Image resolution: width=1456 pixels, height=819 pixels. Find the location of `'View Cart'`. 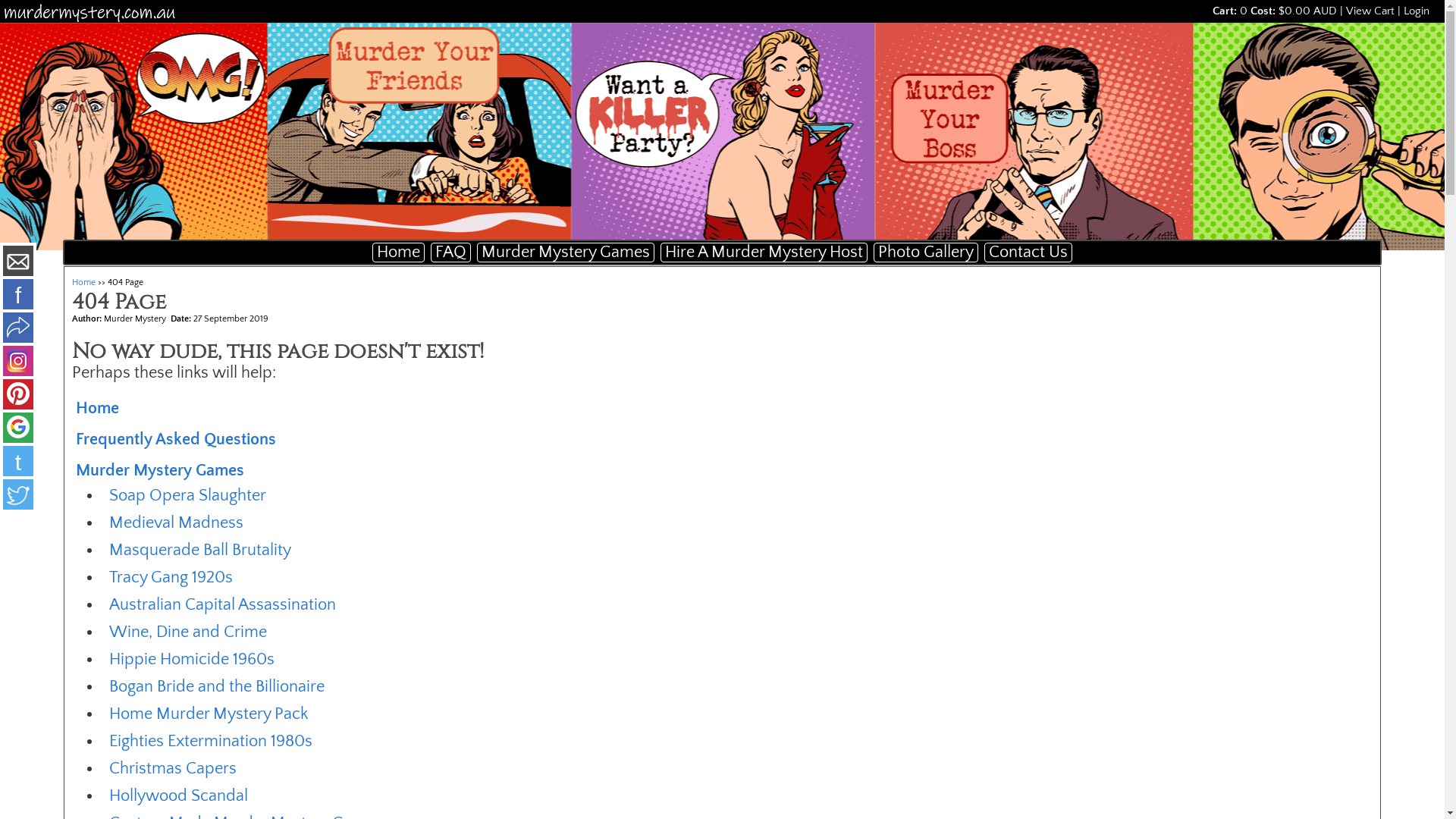

'View Cart' is located at coordinates (1370, 11).